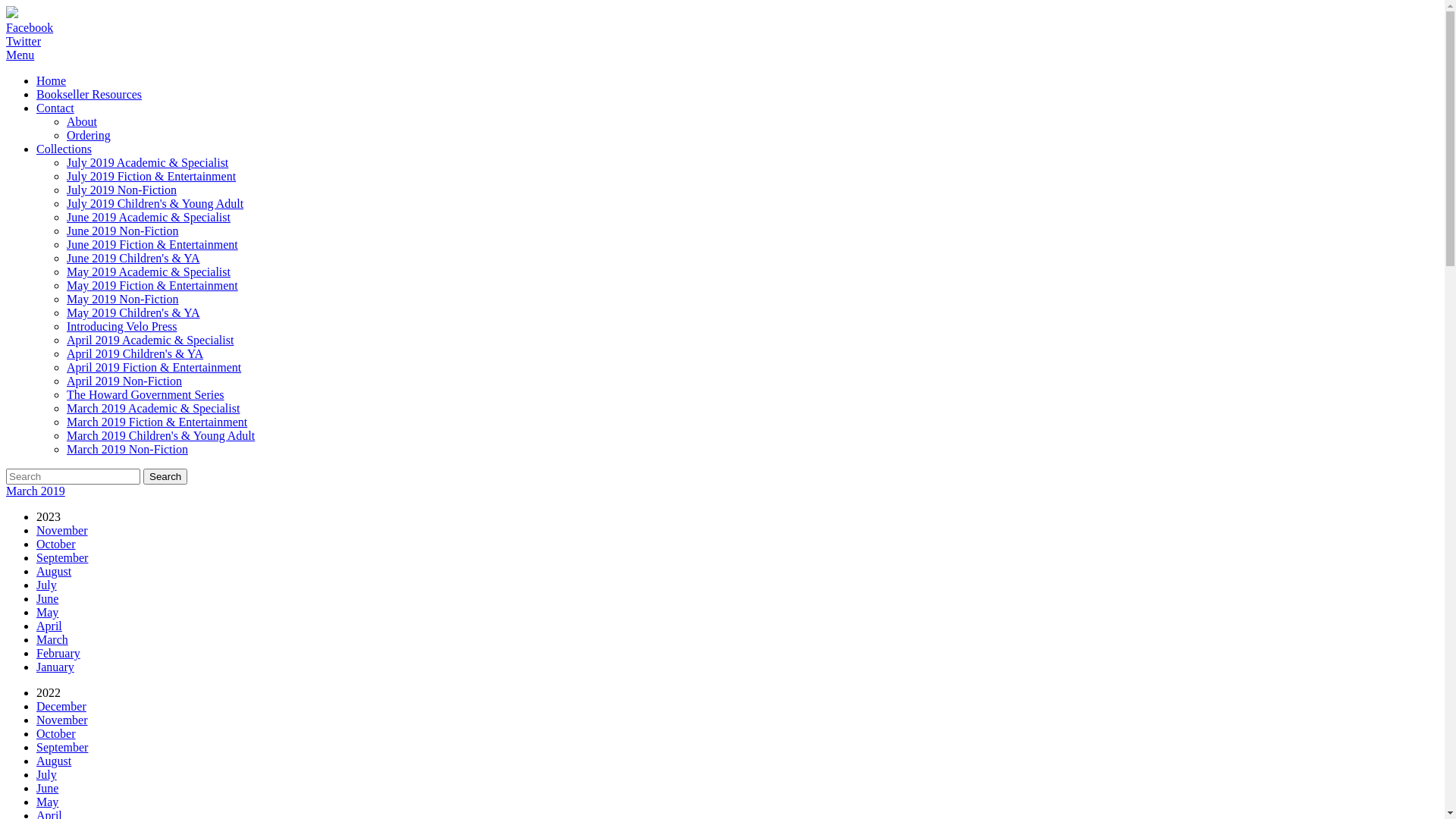 This screenshot has width=1456, height=819. I want to click on 'January', so click(55, 666).